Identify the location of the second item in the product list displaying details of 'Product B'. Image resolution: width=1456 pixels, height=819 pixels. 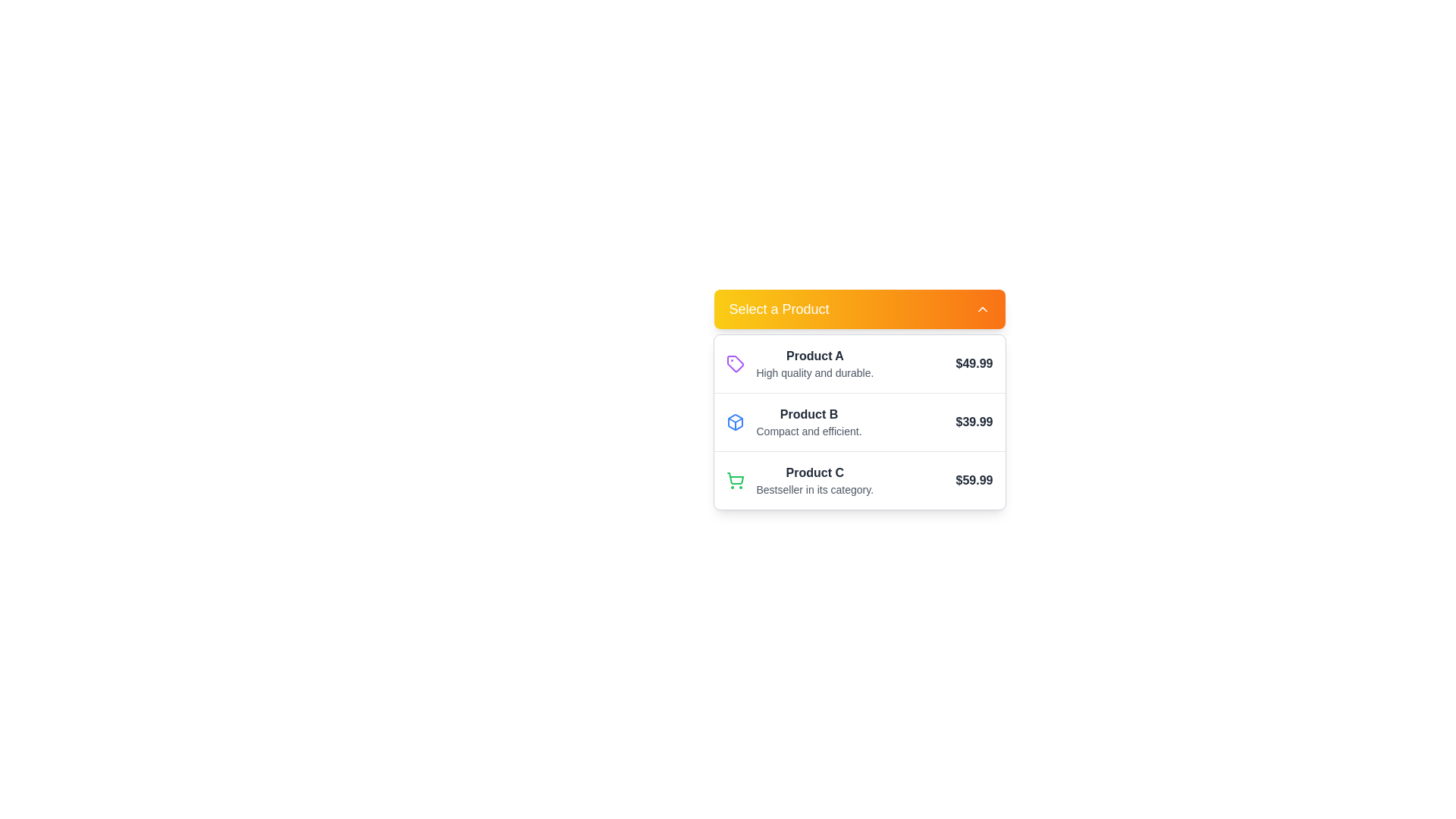
(859, 422).